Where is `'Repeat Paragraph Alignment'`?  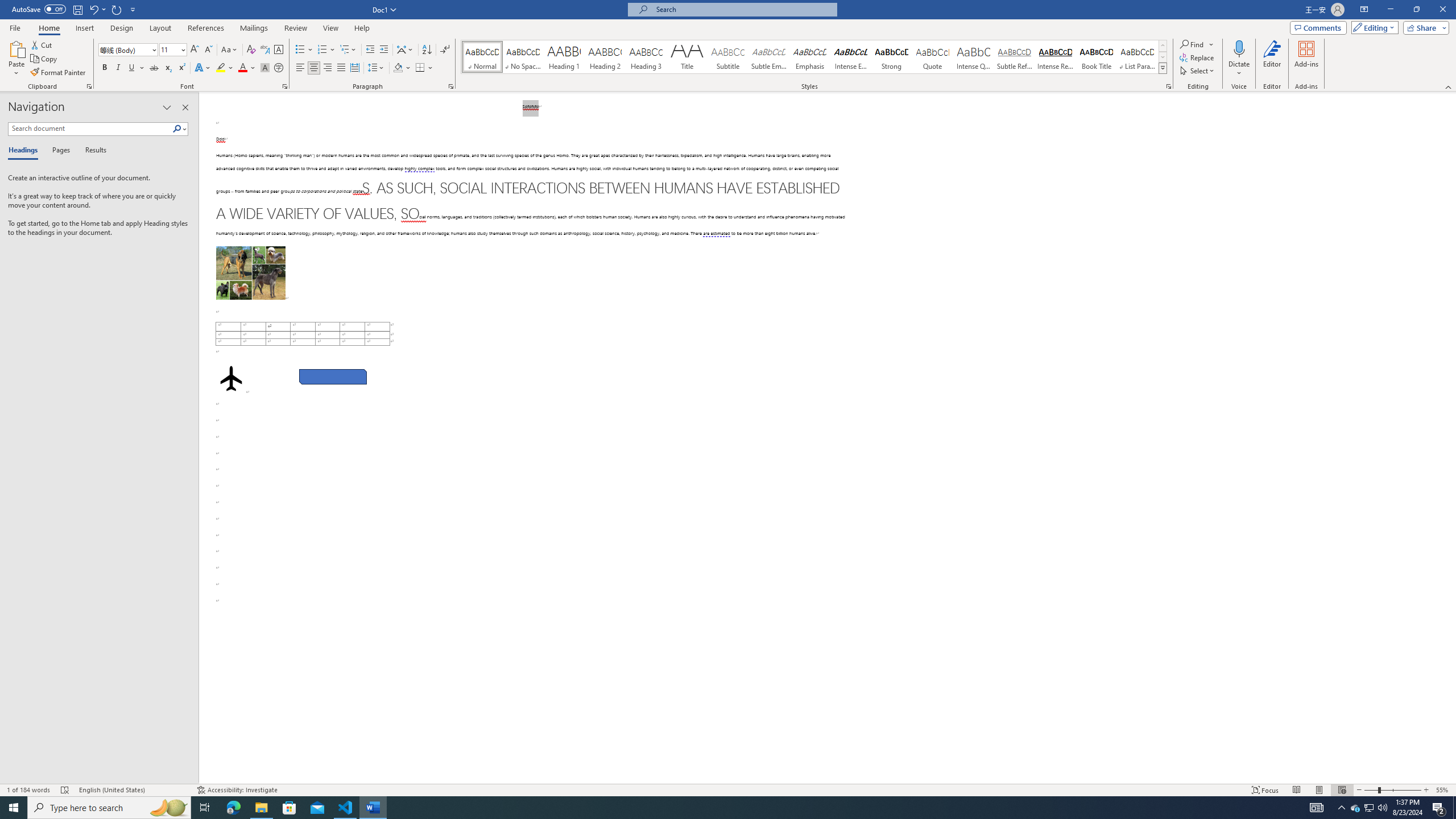
'Repeat Paragraph Alignment' is located at coordinates (117, 9).